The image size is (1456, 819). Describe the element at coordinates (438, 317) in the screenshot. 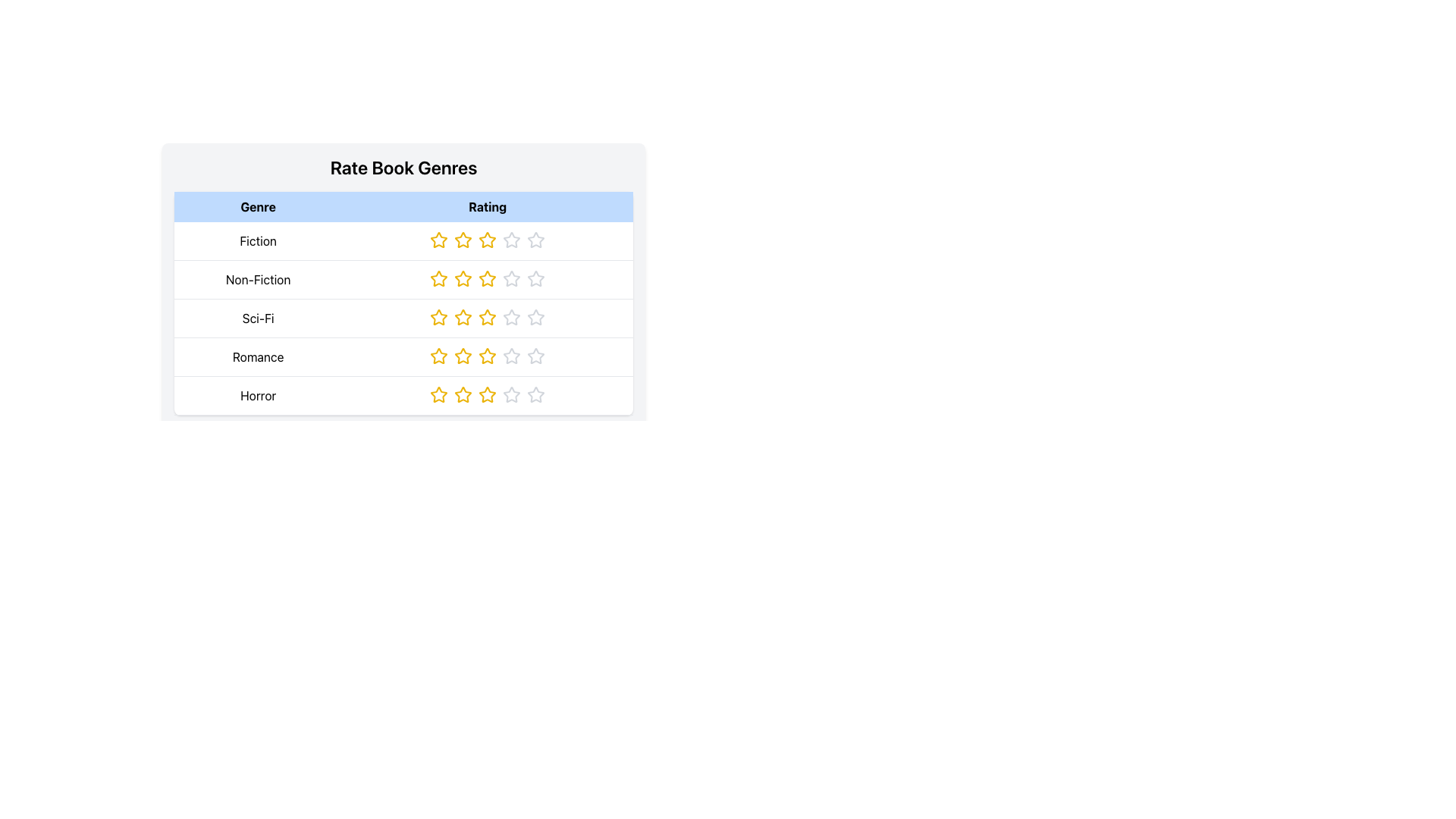

I see `the interactive star icon for the 'Sci-Fi' genre to receive interaction feedback` at that location.